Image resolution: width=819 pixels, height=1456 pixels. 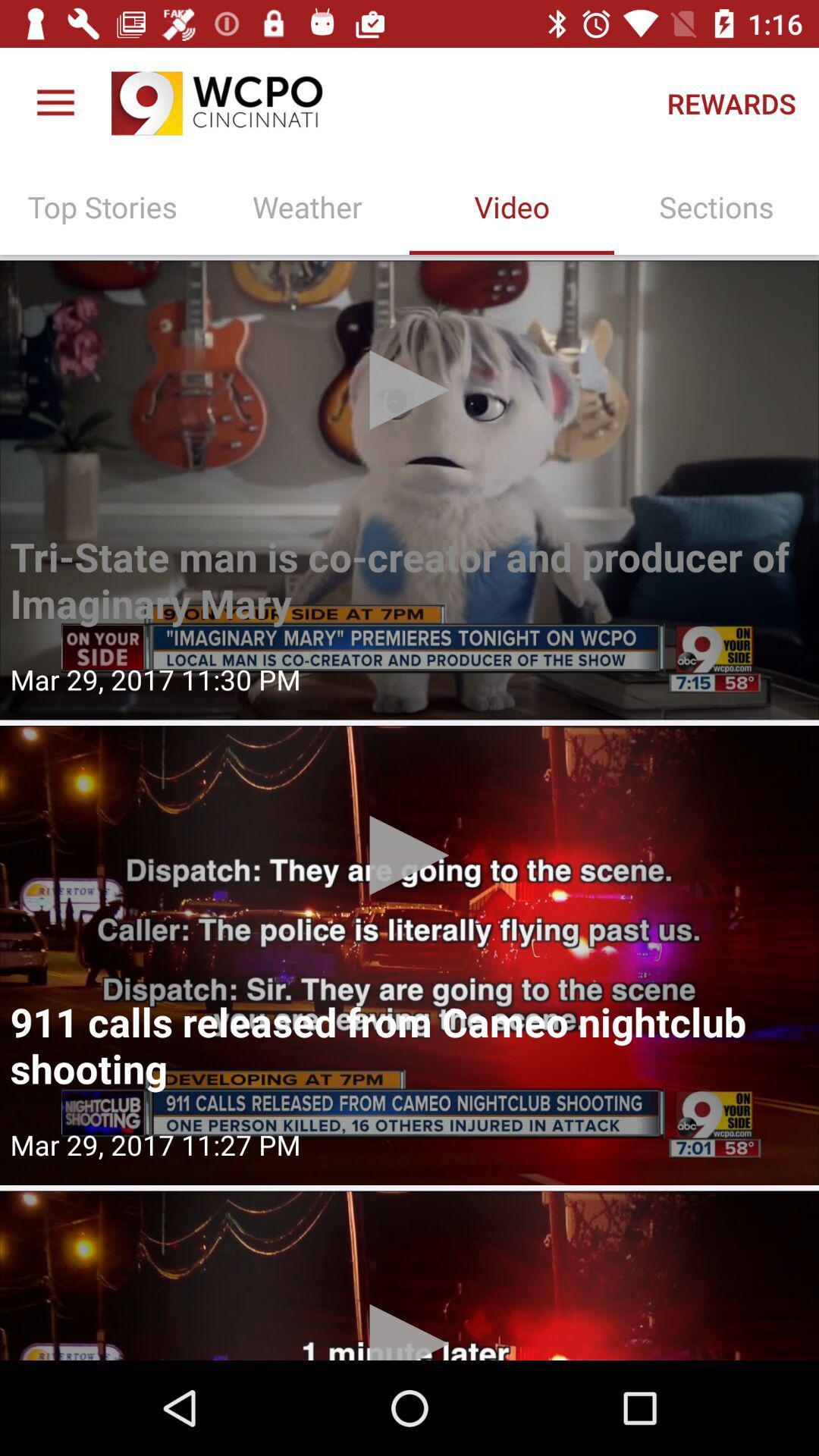 What do you see at coordinates (409, 954) in the screenshot?
I see `the video` at bounding box center [409, 954].